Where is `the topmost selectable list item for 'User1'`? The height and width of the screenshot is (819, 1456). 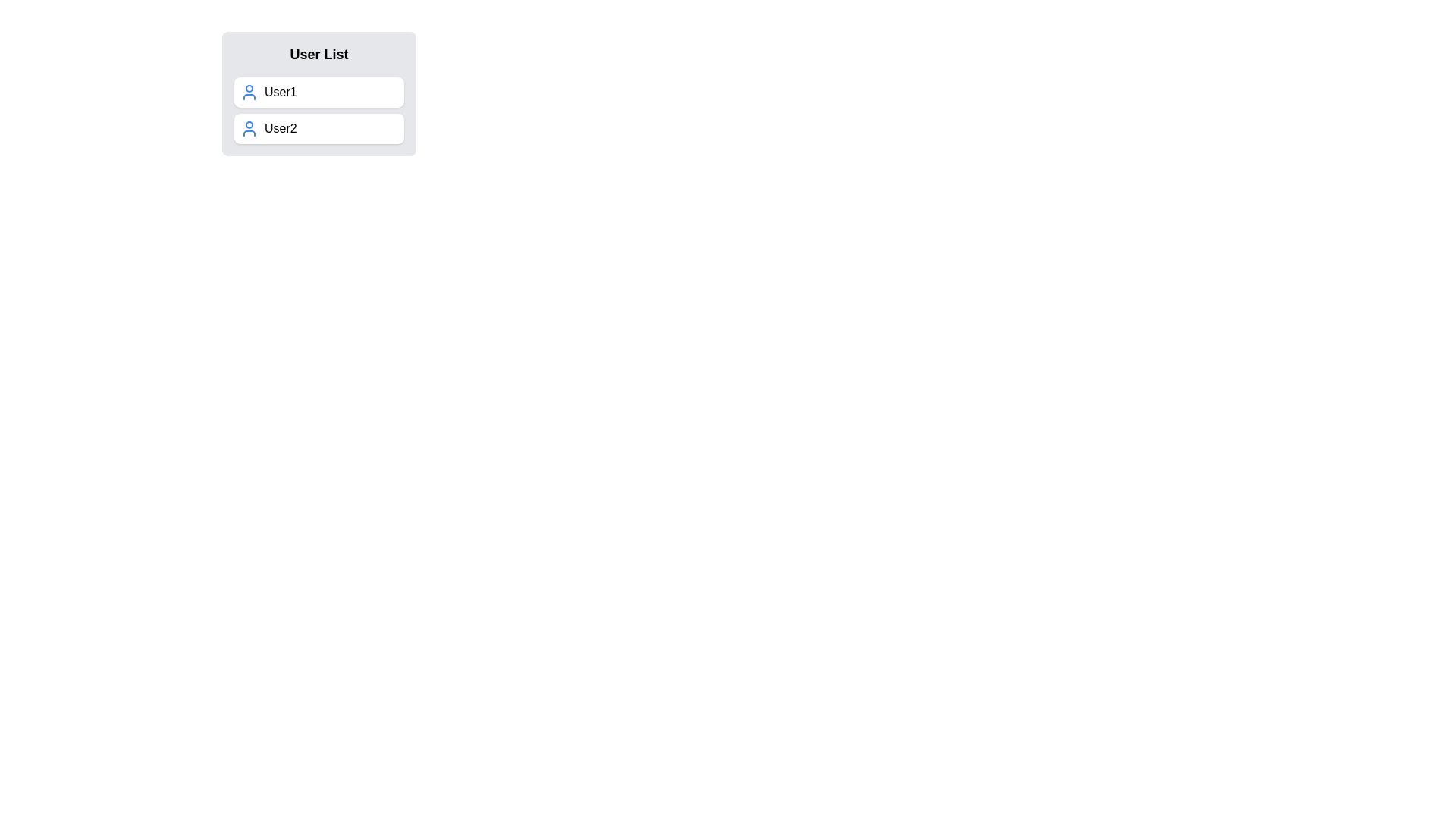 the topmost selectable list item for 'User1' is located at coordinates (318, 93).